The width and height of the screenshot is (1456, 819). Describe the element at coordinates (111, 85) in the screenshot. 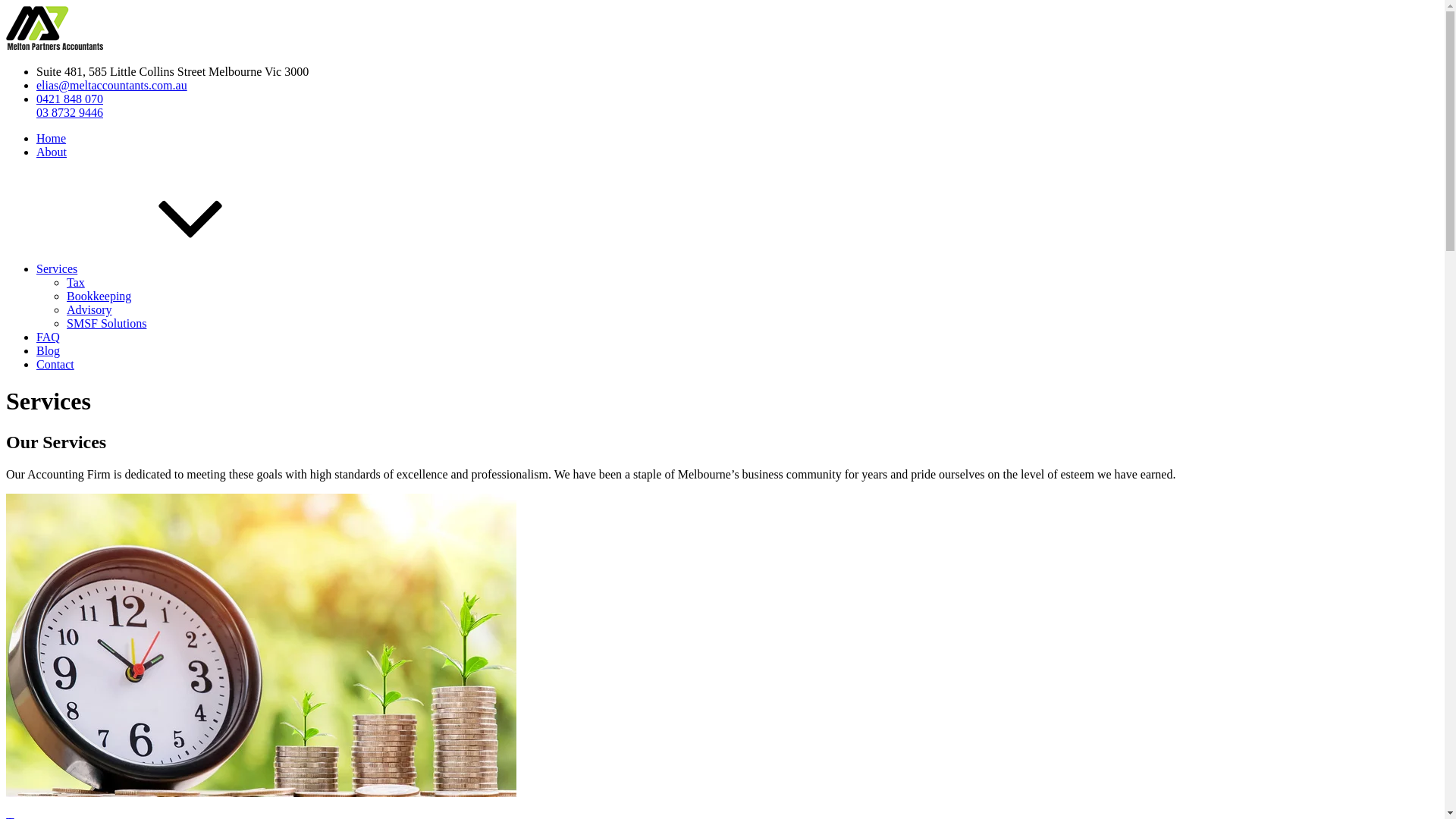

I see `'elias@meltaccountants.com.au'` at that location.